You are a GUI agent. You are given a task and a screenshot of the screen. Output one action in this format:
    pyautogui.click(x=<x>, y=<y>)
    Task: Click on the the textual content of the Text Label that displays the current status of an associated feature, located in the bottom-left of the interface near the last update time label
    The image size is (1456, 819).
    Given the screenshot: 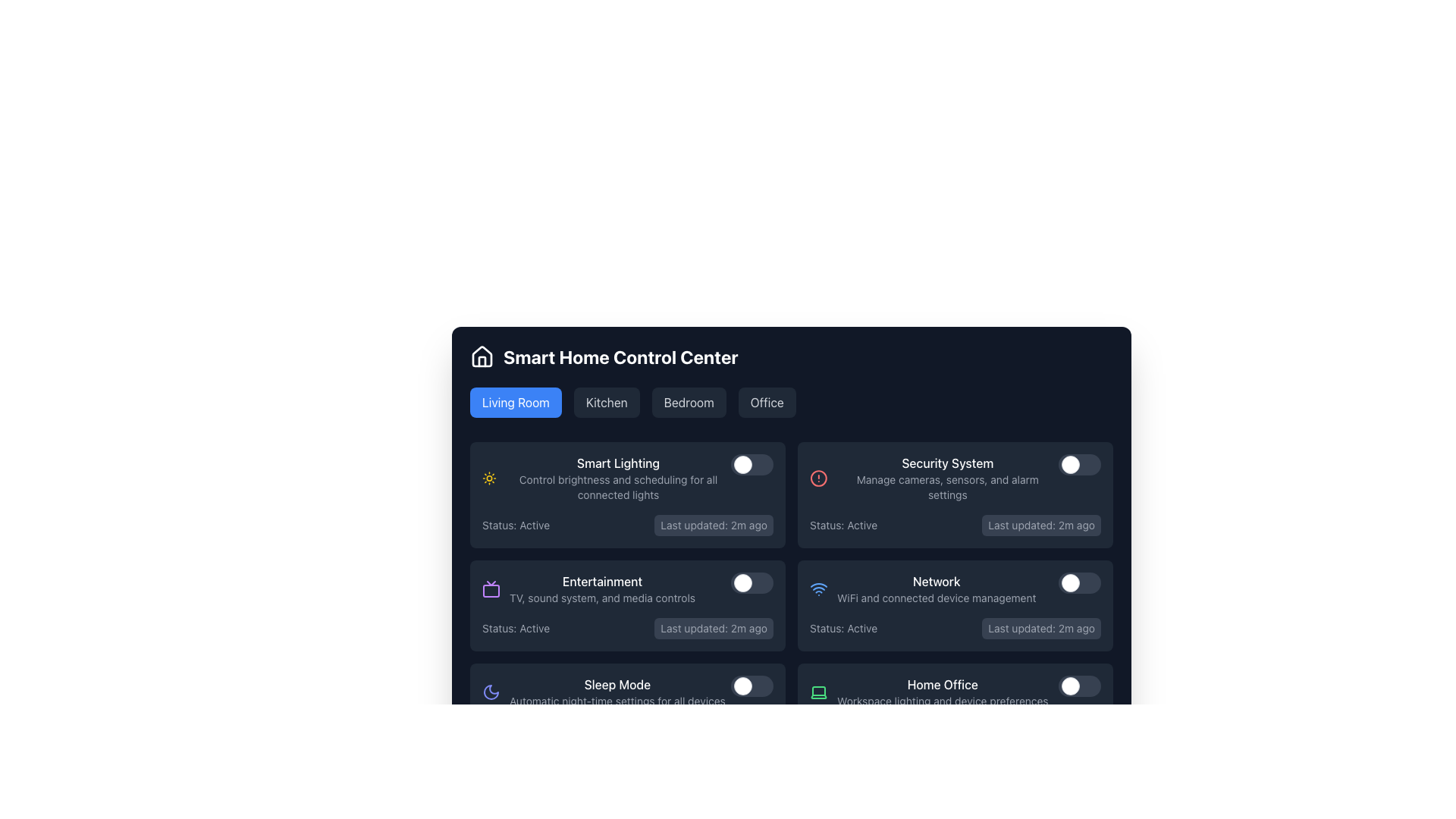 What is the action you would take?
    pyautogui.click(x=516, y=730)
    